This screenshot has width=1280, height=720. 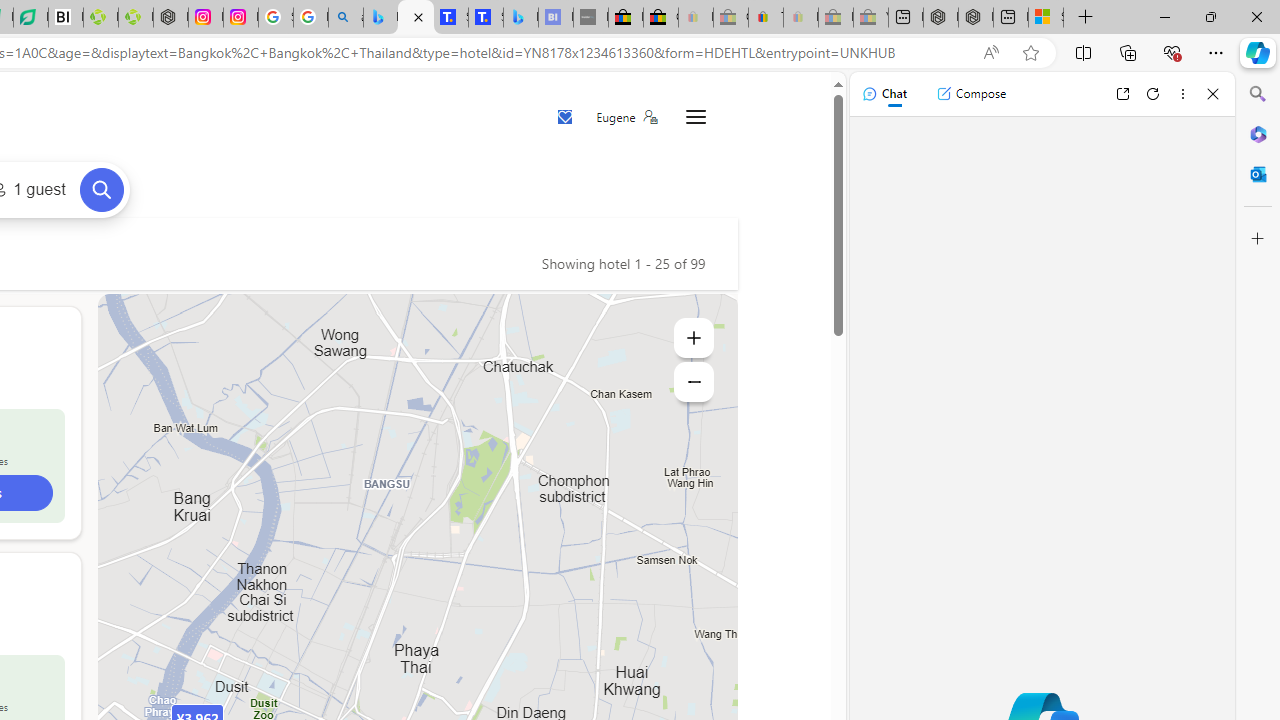 I want to click on 'Payments Terms of Use | eBay.com - Sleeping', so click(x=800, y=17).